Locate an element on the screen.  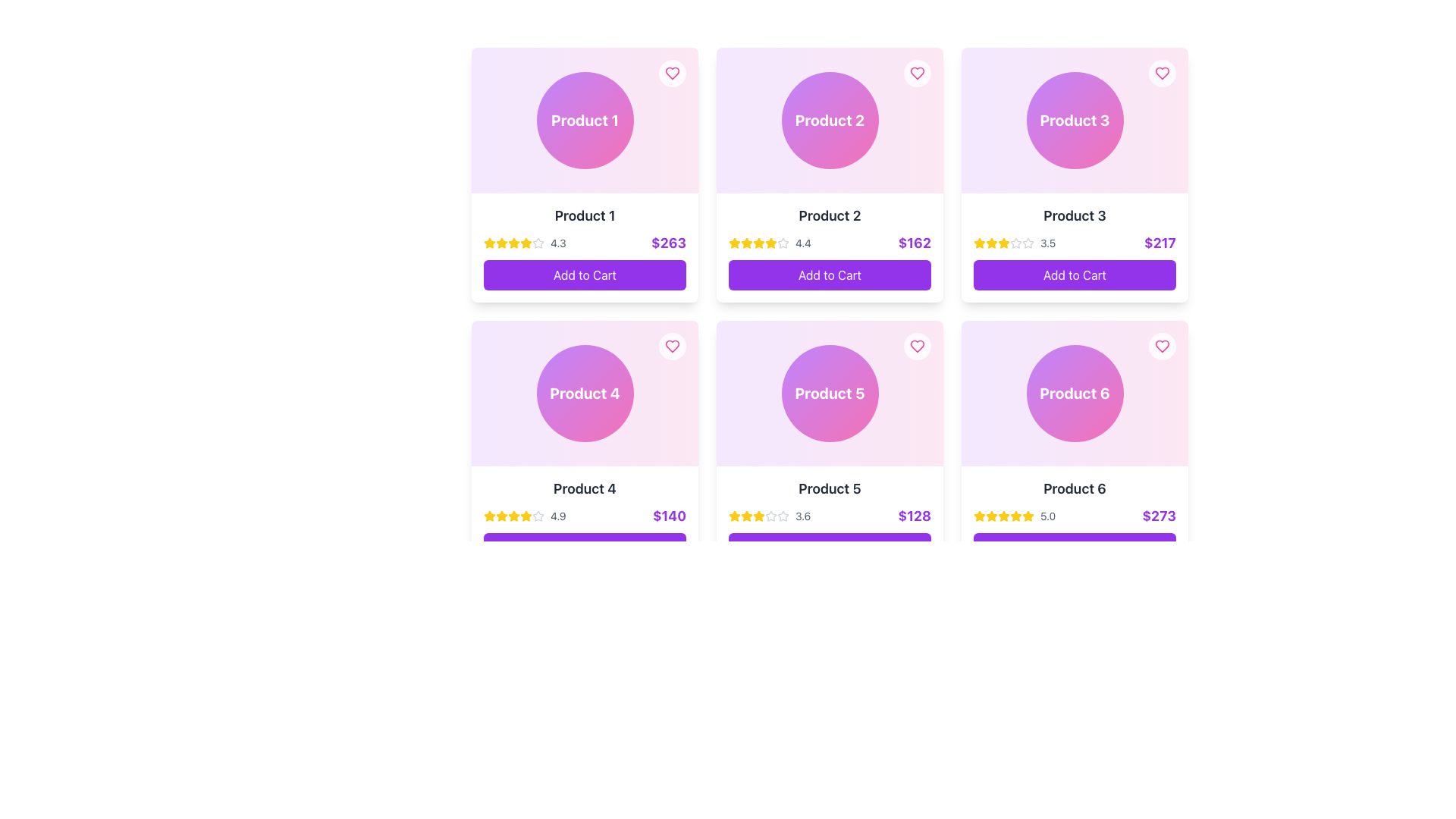
the yellow star icon representing the rating, which is the third star from the left in a horizontal sequence of five stars located below 'Product 4' and above the price '$140' is located at coordinates (502, 516).